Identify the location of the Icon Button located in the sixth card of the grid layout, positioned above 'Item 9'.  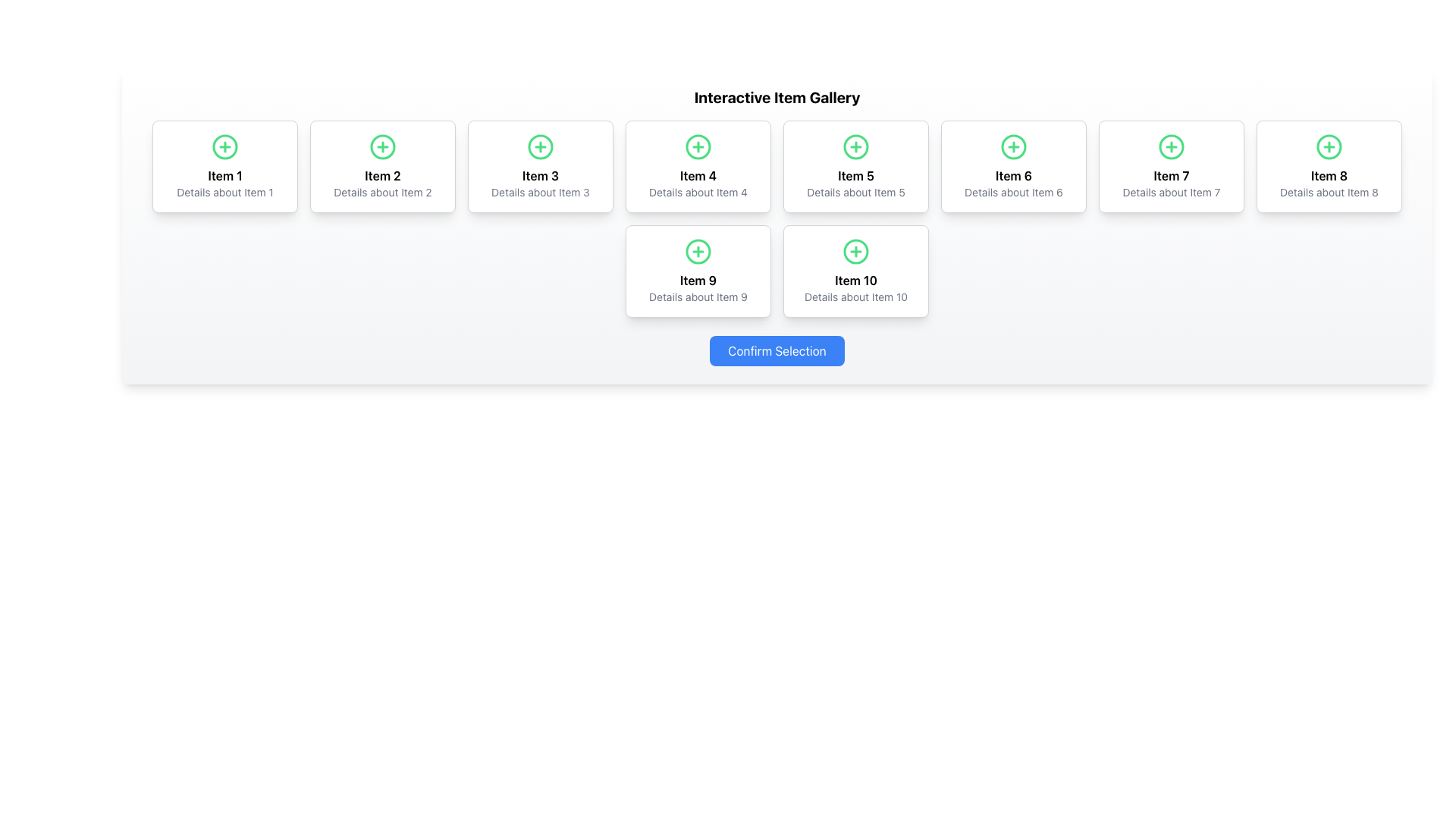
(698, 250).